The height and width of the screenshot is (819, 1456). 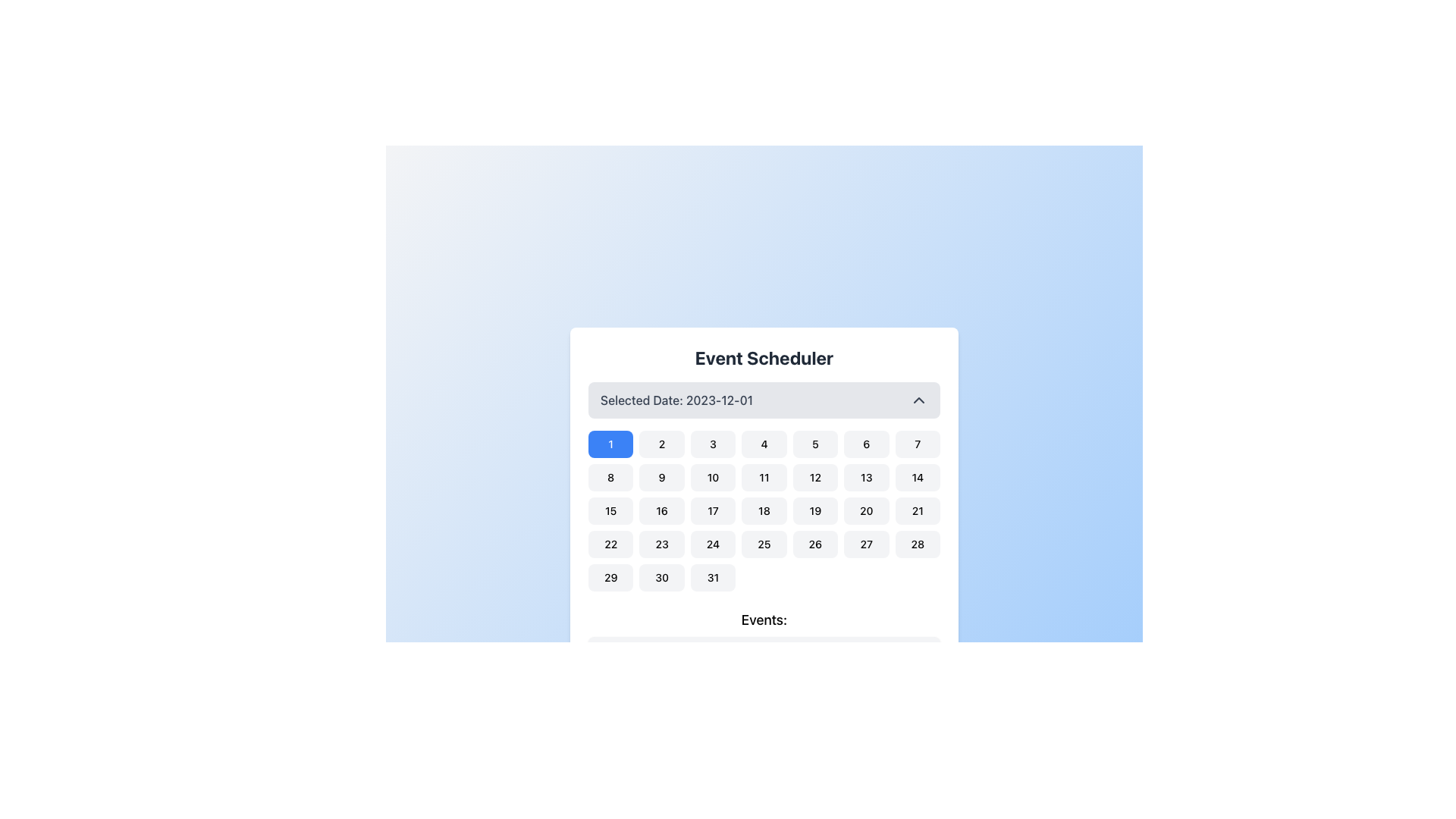 I want to click on the date selection button located in the third row and sixth column of the calendar widget to change its appearance, so click(x=866, y=511).